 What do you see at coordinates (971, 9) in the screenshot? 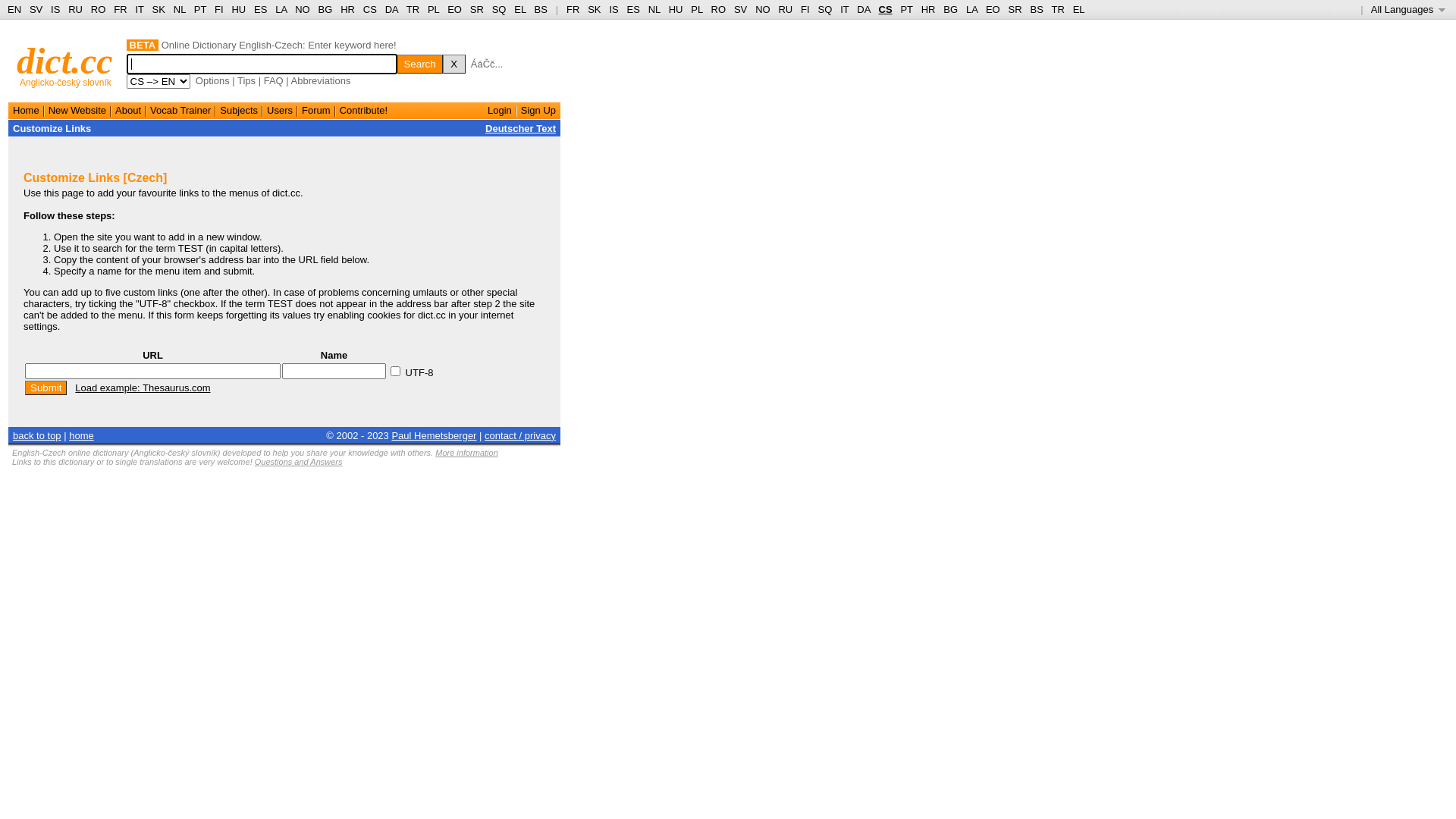
I see `'LA'` at bounding box center [971, 9].